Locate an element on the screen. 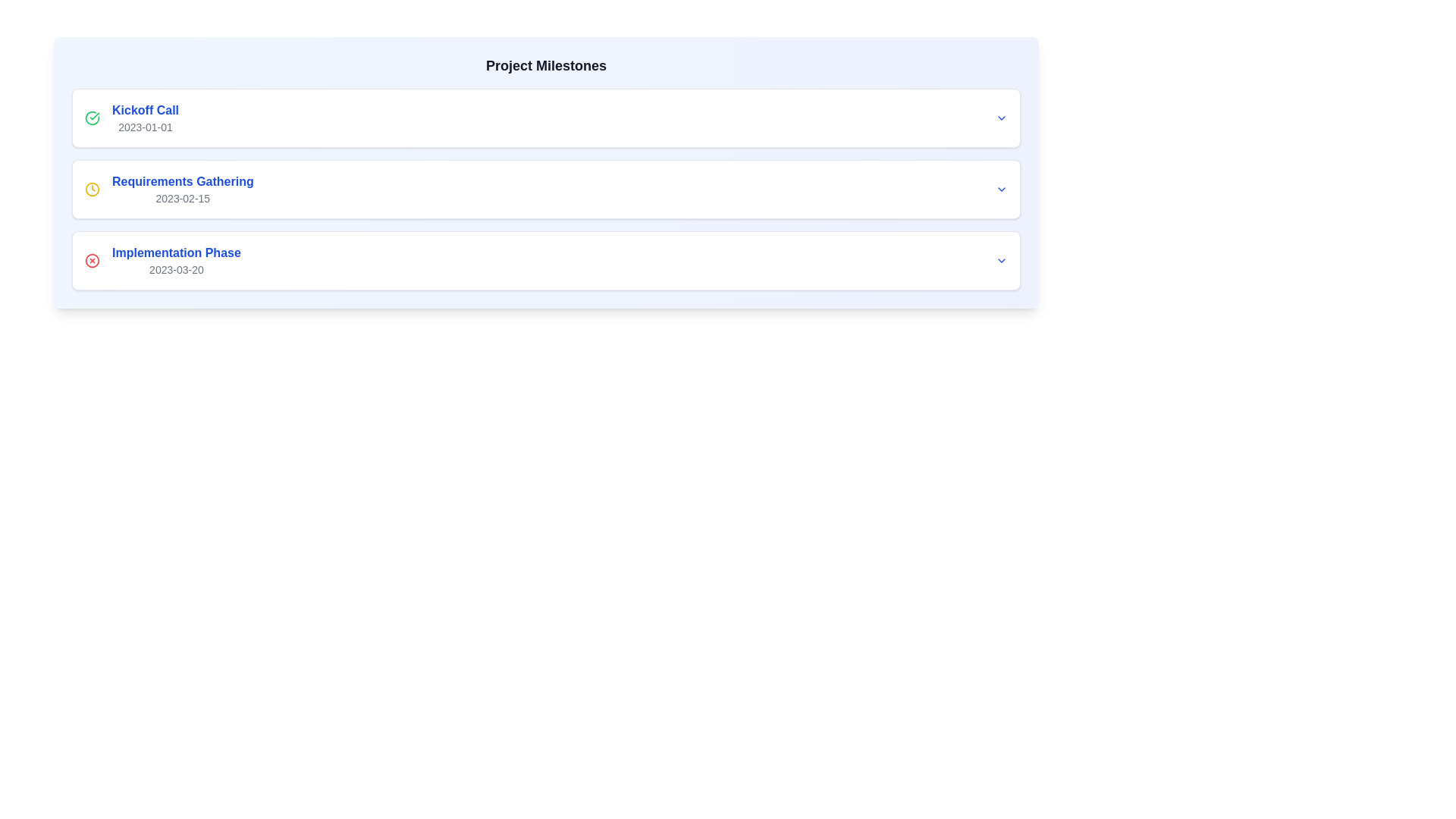 The image size is (1456, 819). the 'Requirements Gathering' text display element, which is the second item in the 'Project Milestones' section, displaying 'Requirements Gathering' in bold blue and '2023-02-15' in smaller gray below it is located at coordinates (182, 189).